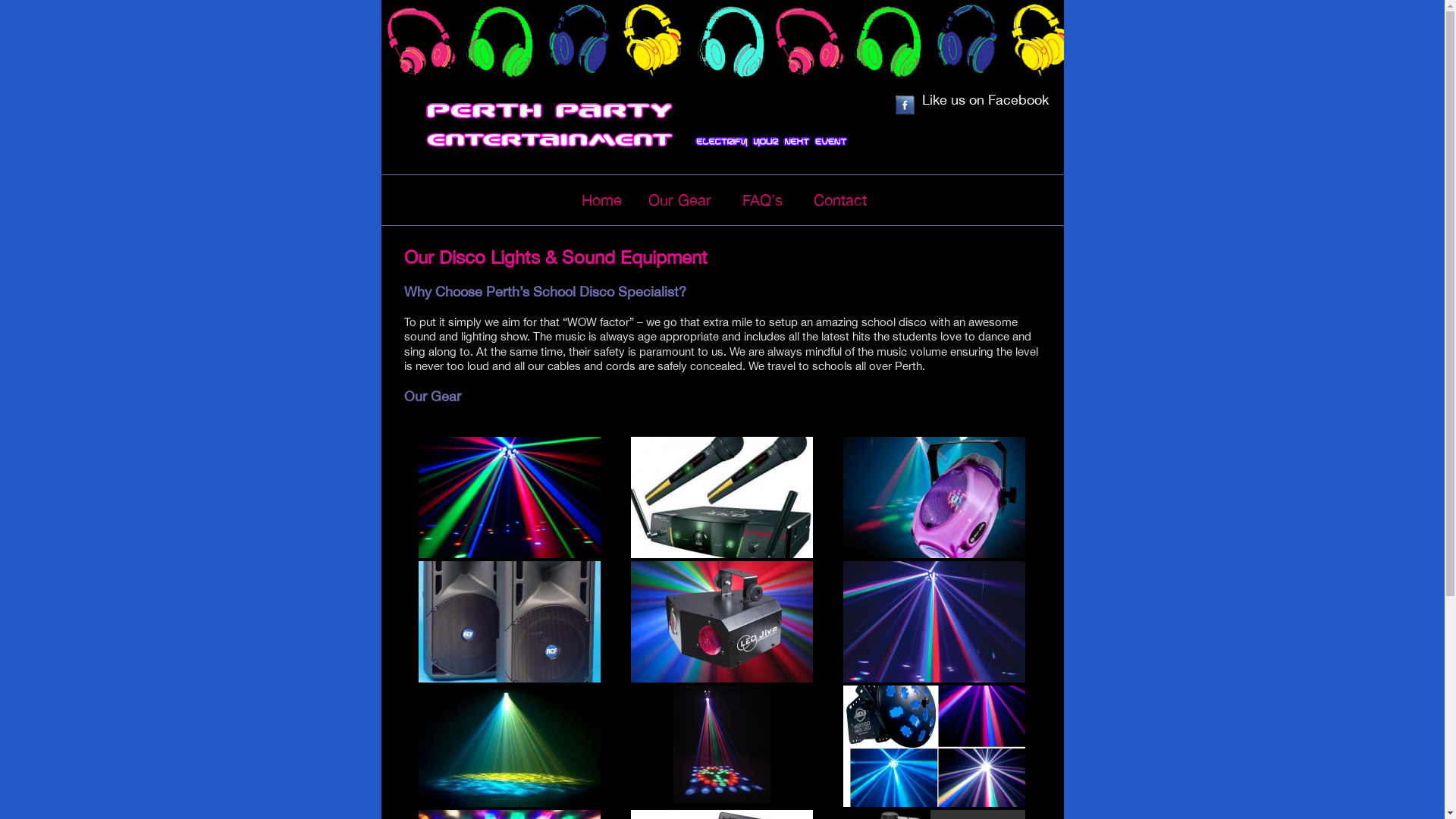 The height and width of the screenshot is (819, 1456). I want to click on 'Waterwave Light', so click(510, 745).